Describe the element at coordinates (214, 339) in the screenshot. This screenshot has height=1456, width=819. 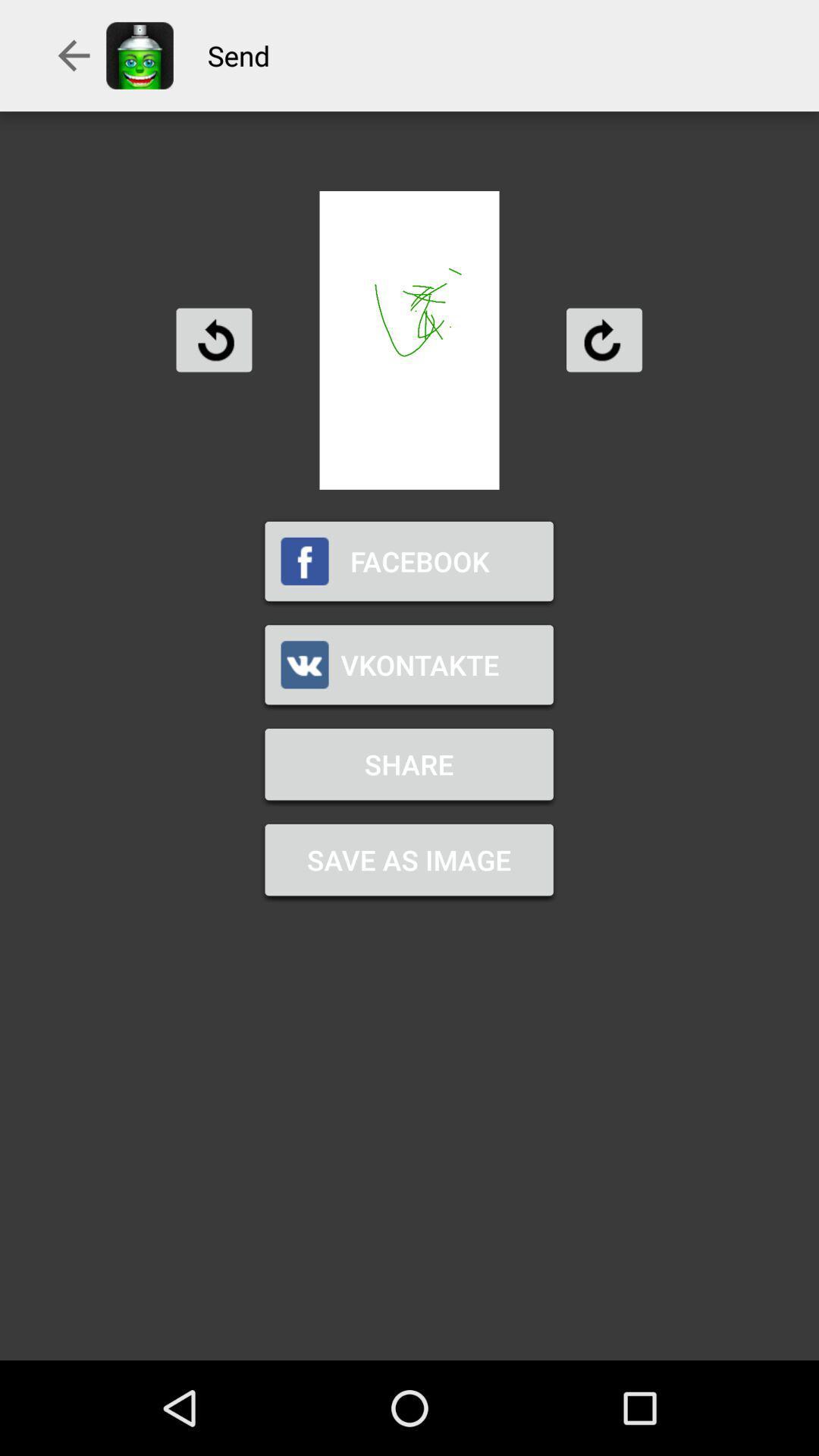
I see `the icon above the facebook icon` at that location.